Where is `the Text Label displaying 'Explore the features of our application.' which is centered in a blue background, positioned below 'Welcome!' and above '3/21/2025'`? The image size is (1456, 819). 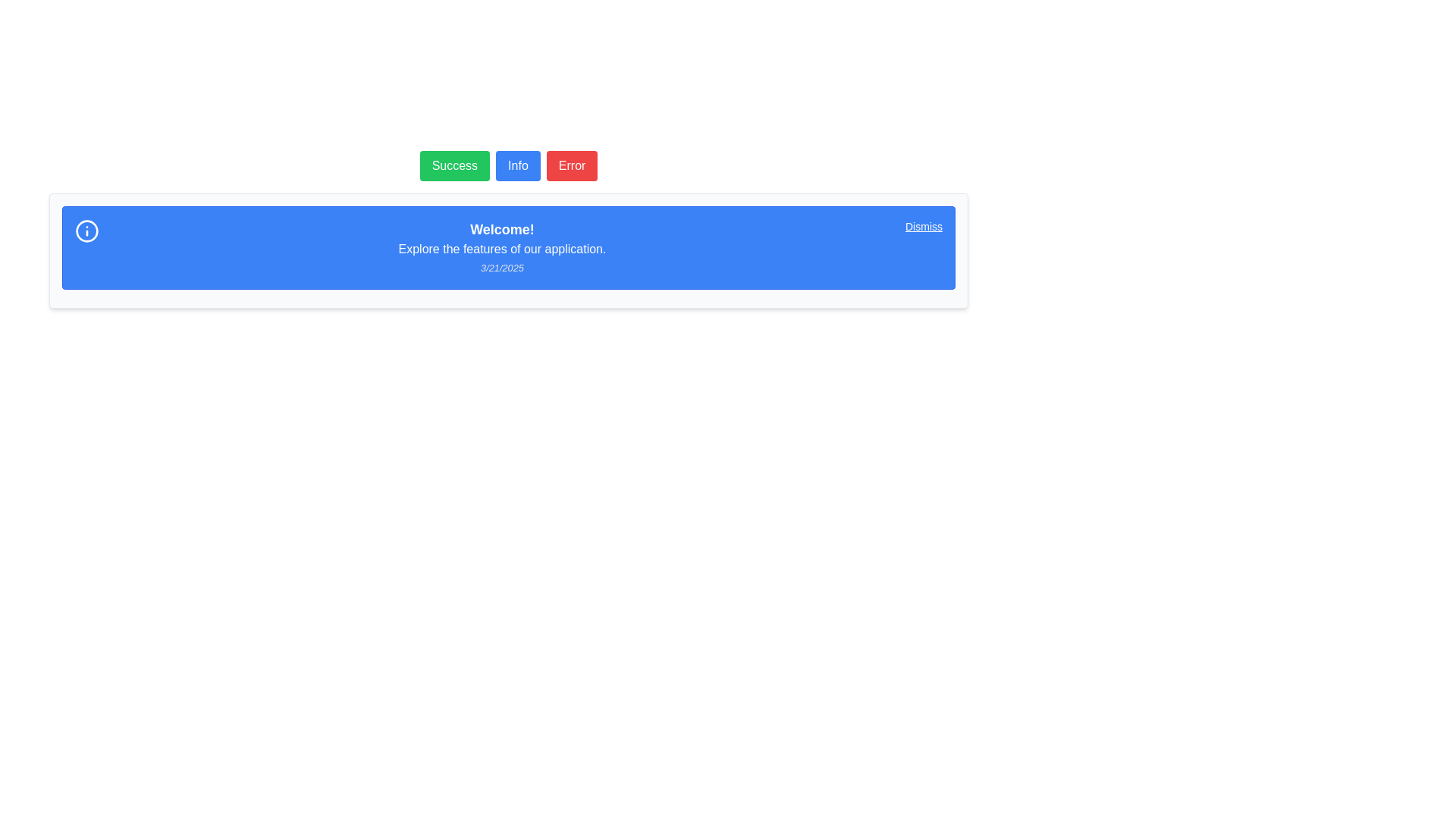
the Text Label displaying 'Explore the features of our application.' which is centered in a blue background, positioned below 'Welcome!' and above '3/21/2025' is located at coordinates (502, 248).